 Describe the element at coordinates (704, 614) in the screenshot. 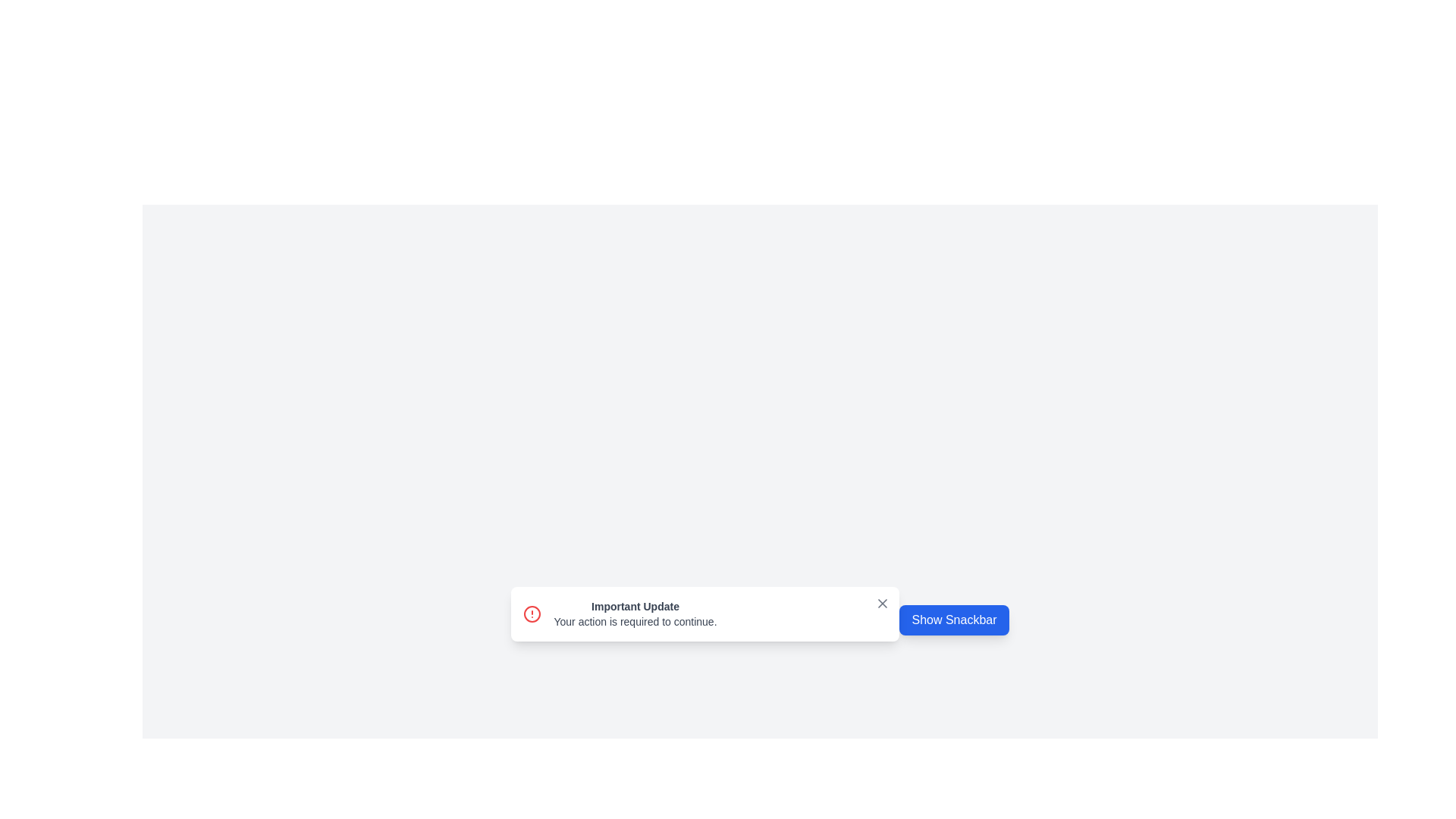

I see `the snackbar to focus on its content` at that location.